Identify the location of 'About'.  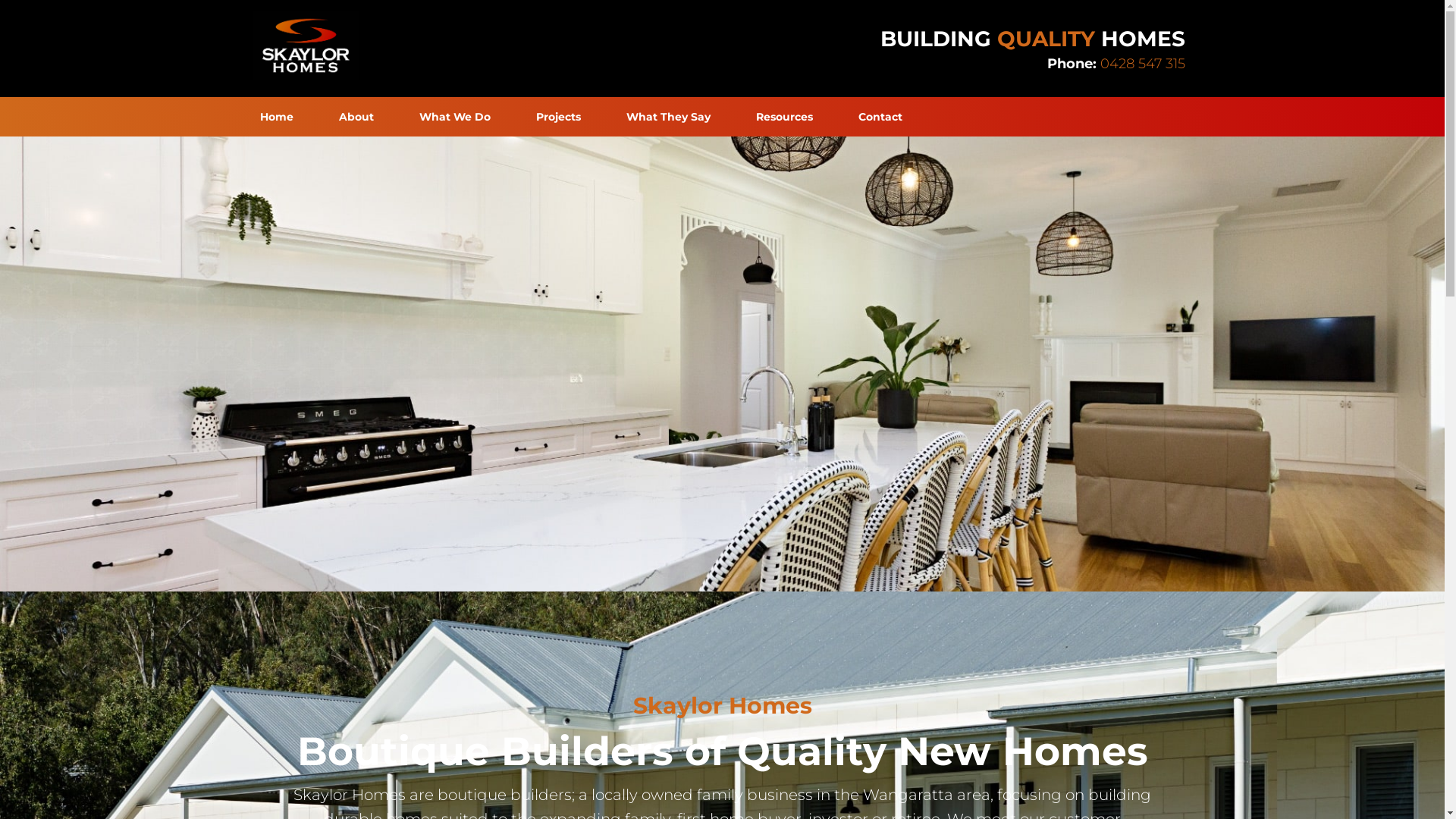
(315, 116).